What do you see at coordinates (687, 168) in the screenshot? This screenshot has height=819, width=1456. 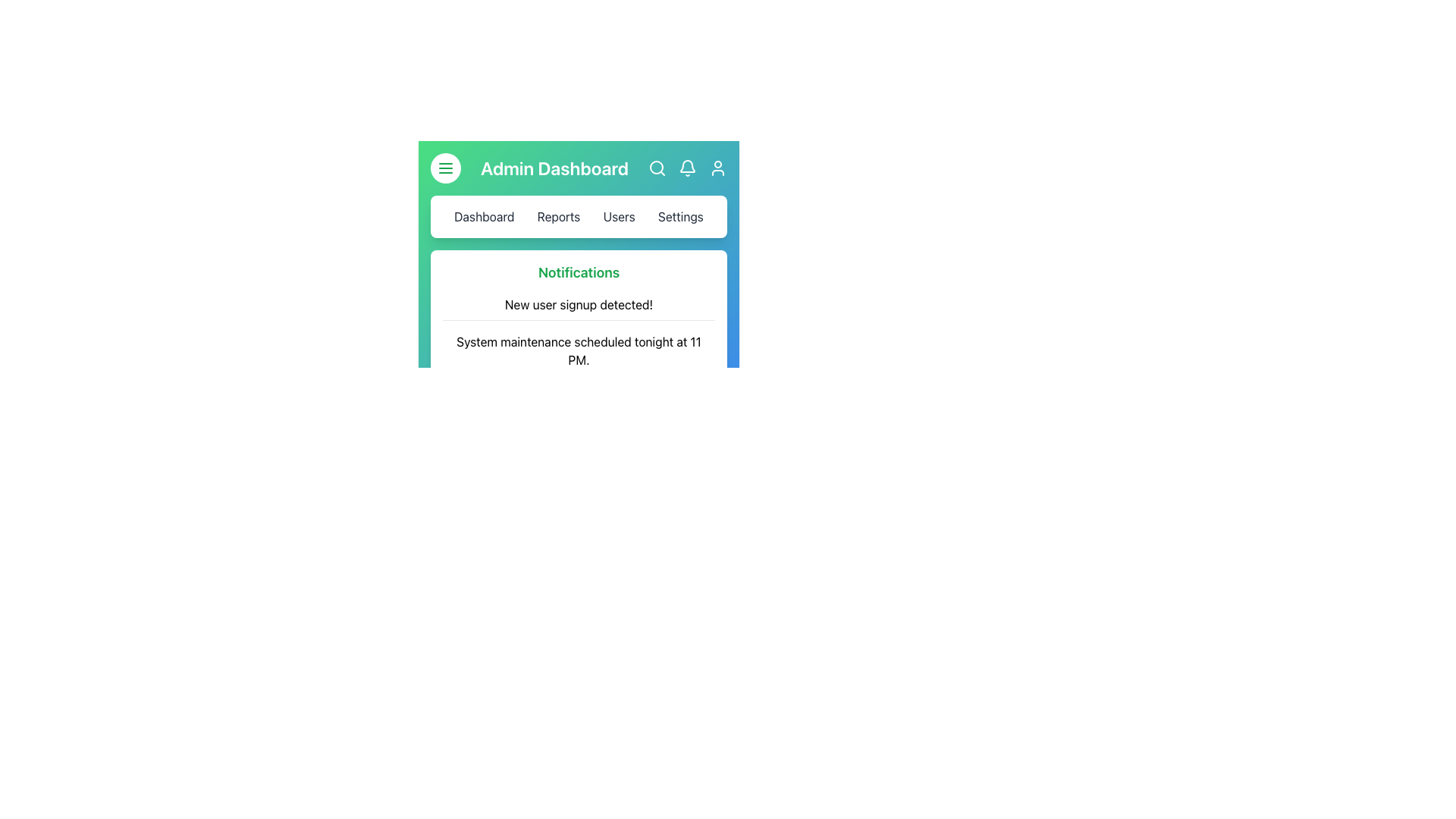 I see `the notification icon button located in the navigation header bar` at bounding box center [687, 168].